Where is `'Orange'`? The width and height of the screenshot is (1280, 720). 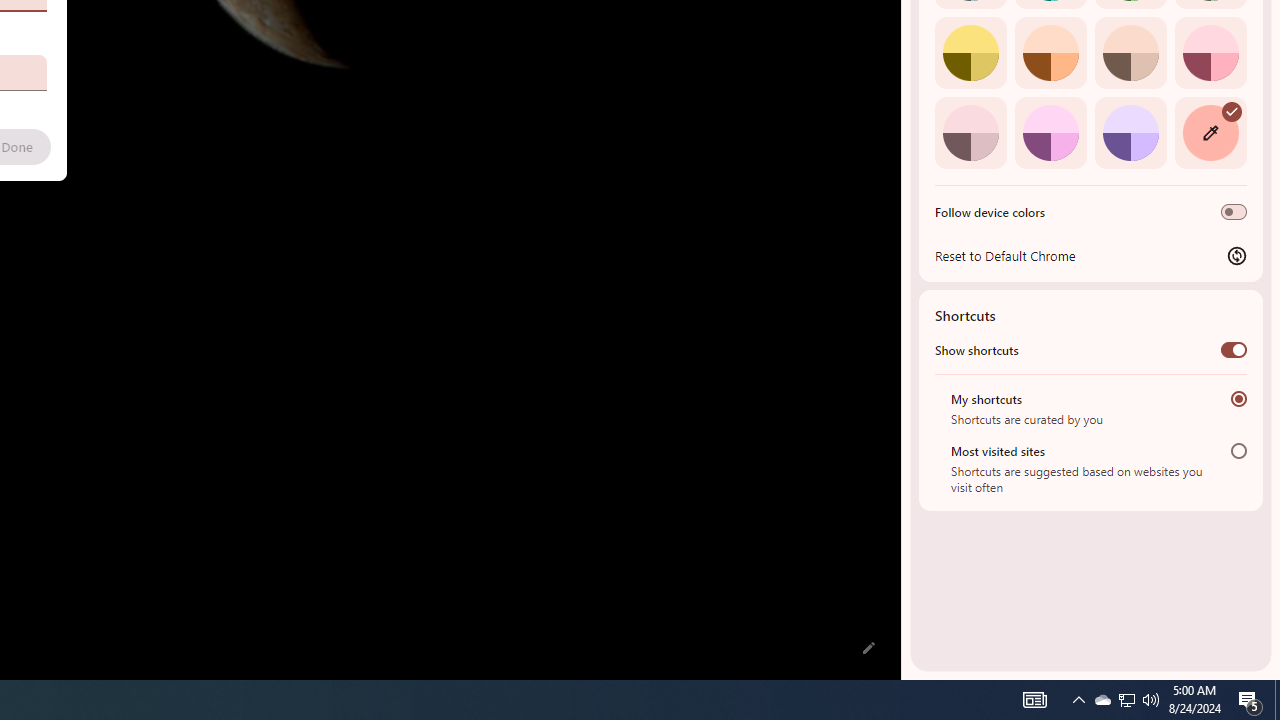
'Orange' is located at coordinates (1049, 51).